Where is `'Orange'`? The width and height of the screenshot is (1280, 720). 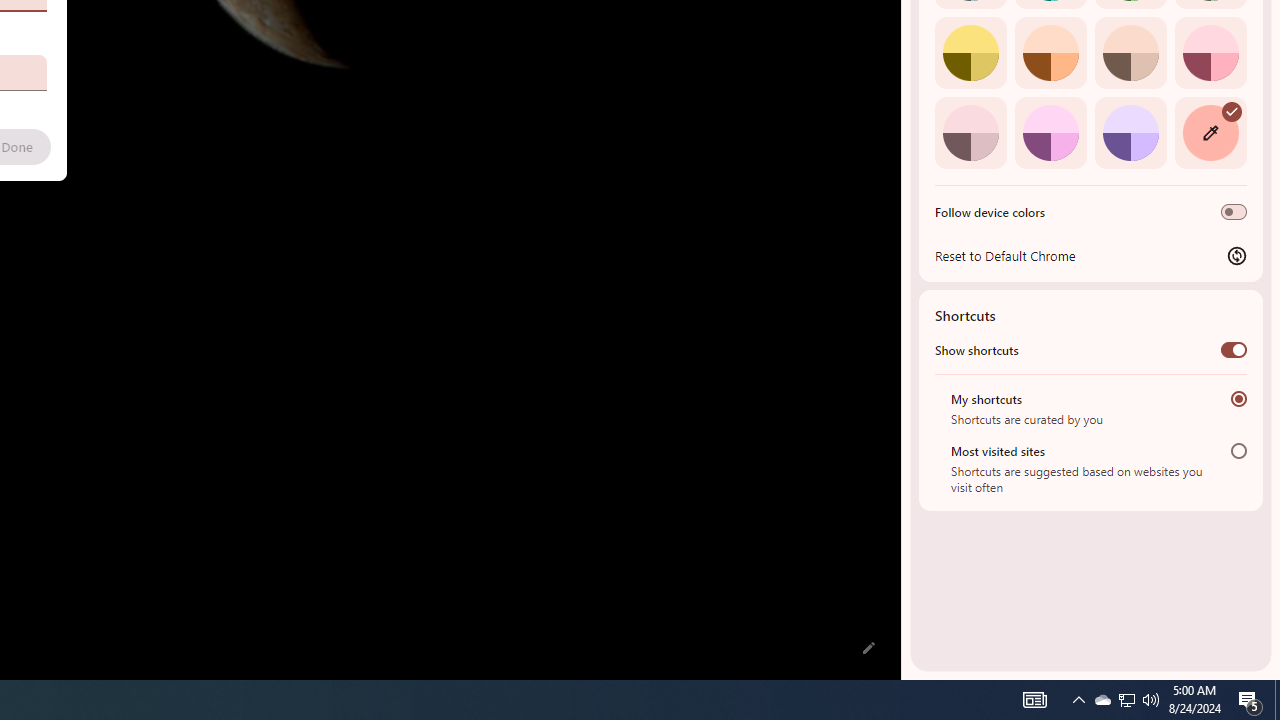
'Orange' is located at coordinates (1049, 51).